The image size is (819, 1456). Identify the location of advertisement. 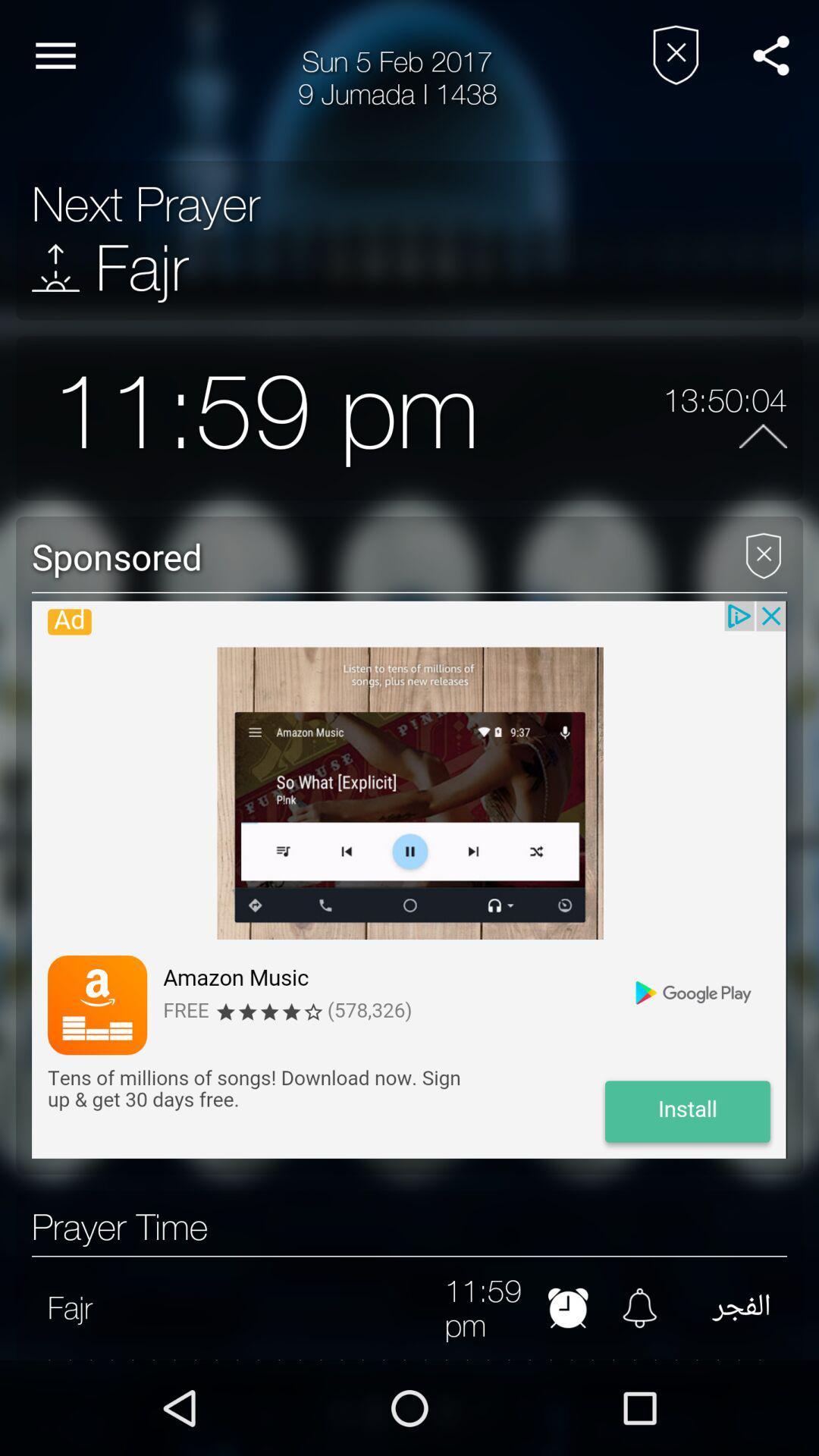
(409, 880).